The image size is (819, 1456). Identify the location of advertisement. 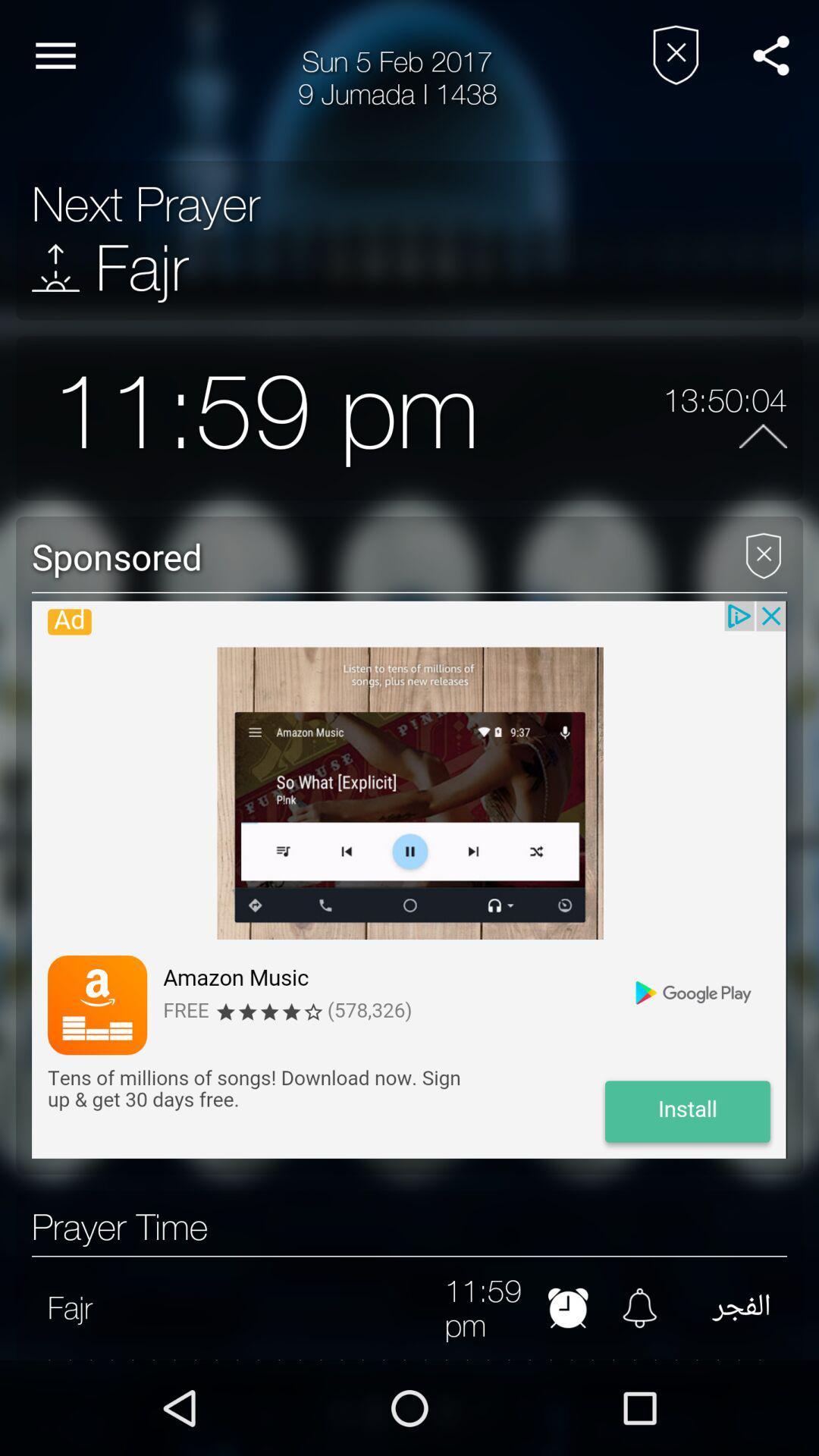
(409, 880).